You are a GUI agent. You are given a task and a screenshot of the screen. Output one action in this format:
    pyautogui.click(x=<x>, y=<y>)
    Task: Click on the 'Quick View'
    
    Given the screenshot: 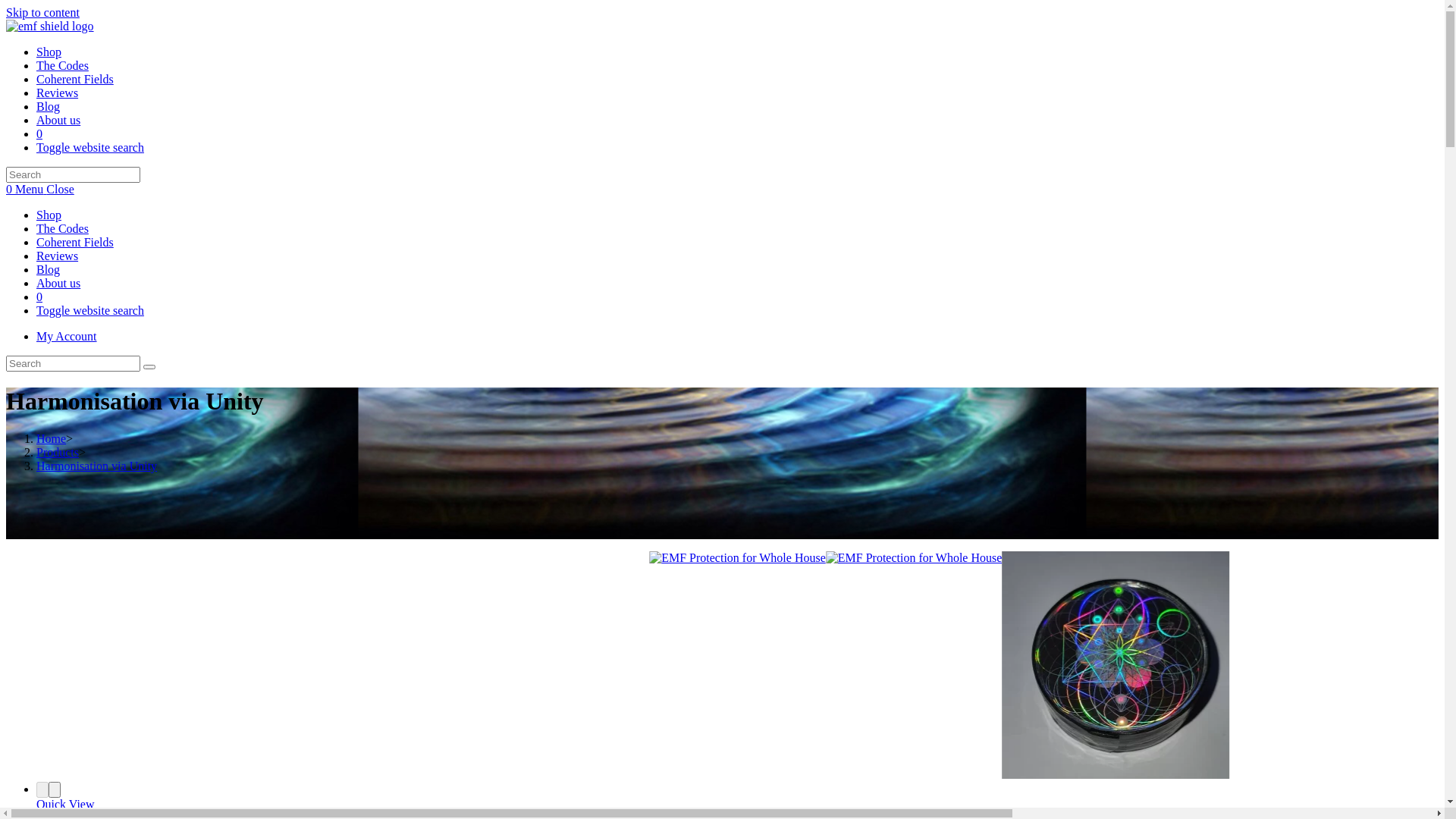 What is the action you would take?
    pyautogui.click(x=64, y=803)
    